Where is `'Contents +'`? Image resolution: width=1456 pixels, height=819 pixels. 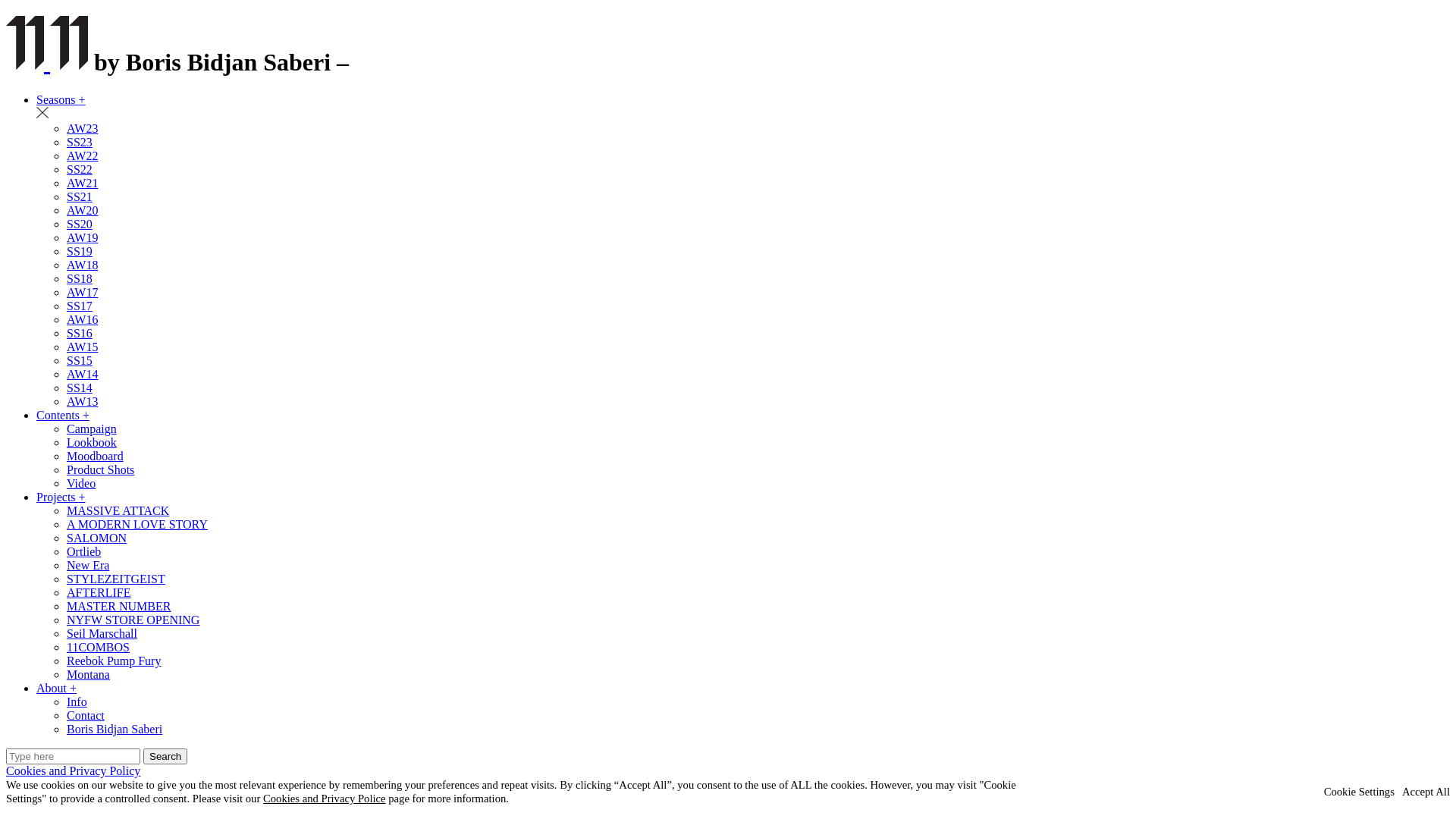
'Contents +' is located at coordinates (61, 415).